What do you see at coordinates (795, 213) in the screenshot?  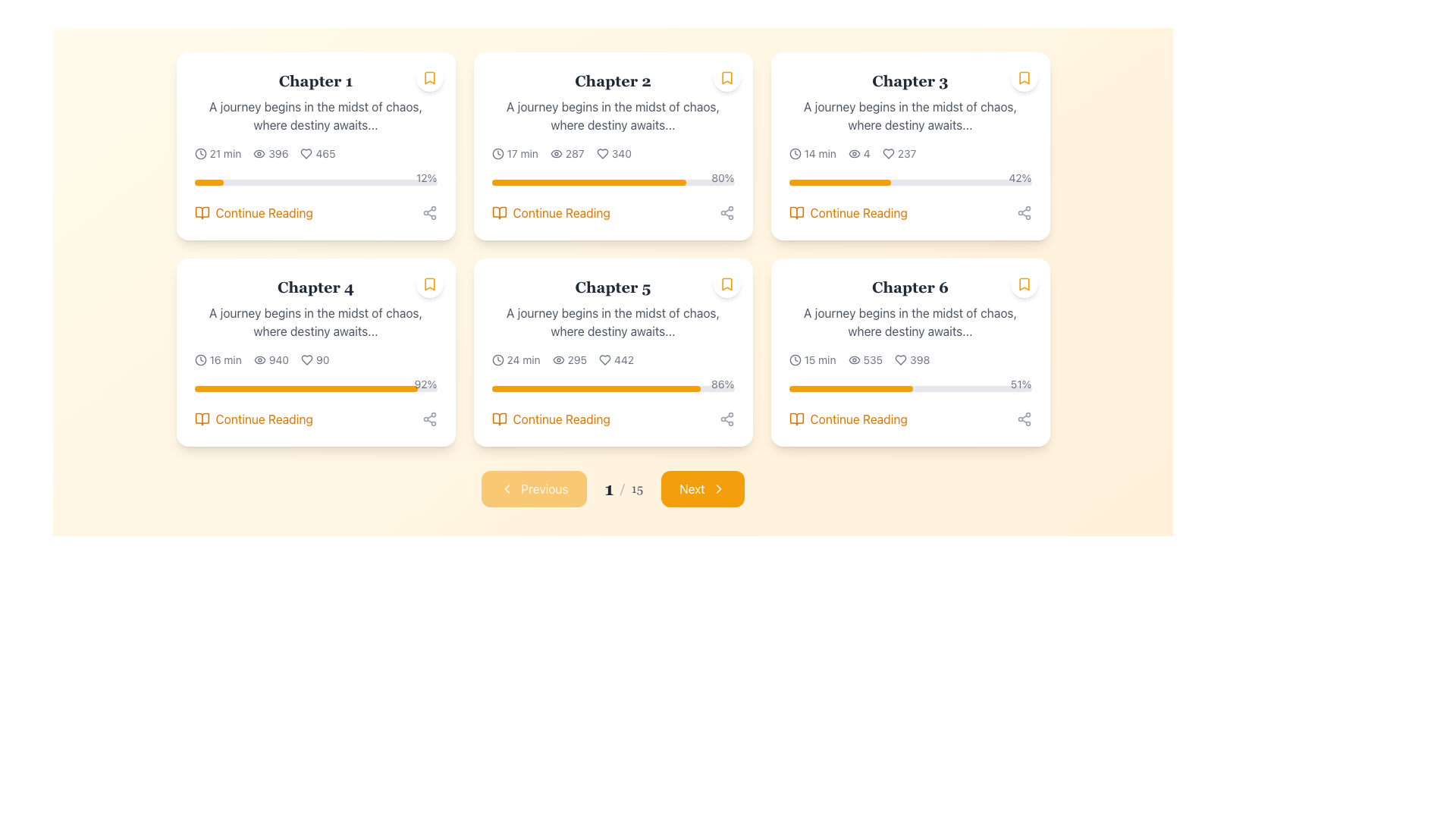 I see `the small, stylized open book icon located to the left of the 'Continue Reading' text button beneath 'Chapter 3'` at bounding box center [795, 213].